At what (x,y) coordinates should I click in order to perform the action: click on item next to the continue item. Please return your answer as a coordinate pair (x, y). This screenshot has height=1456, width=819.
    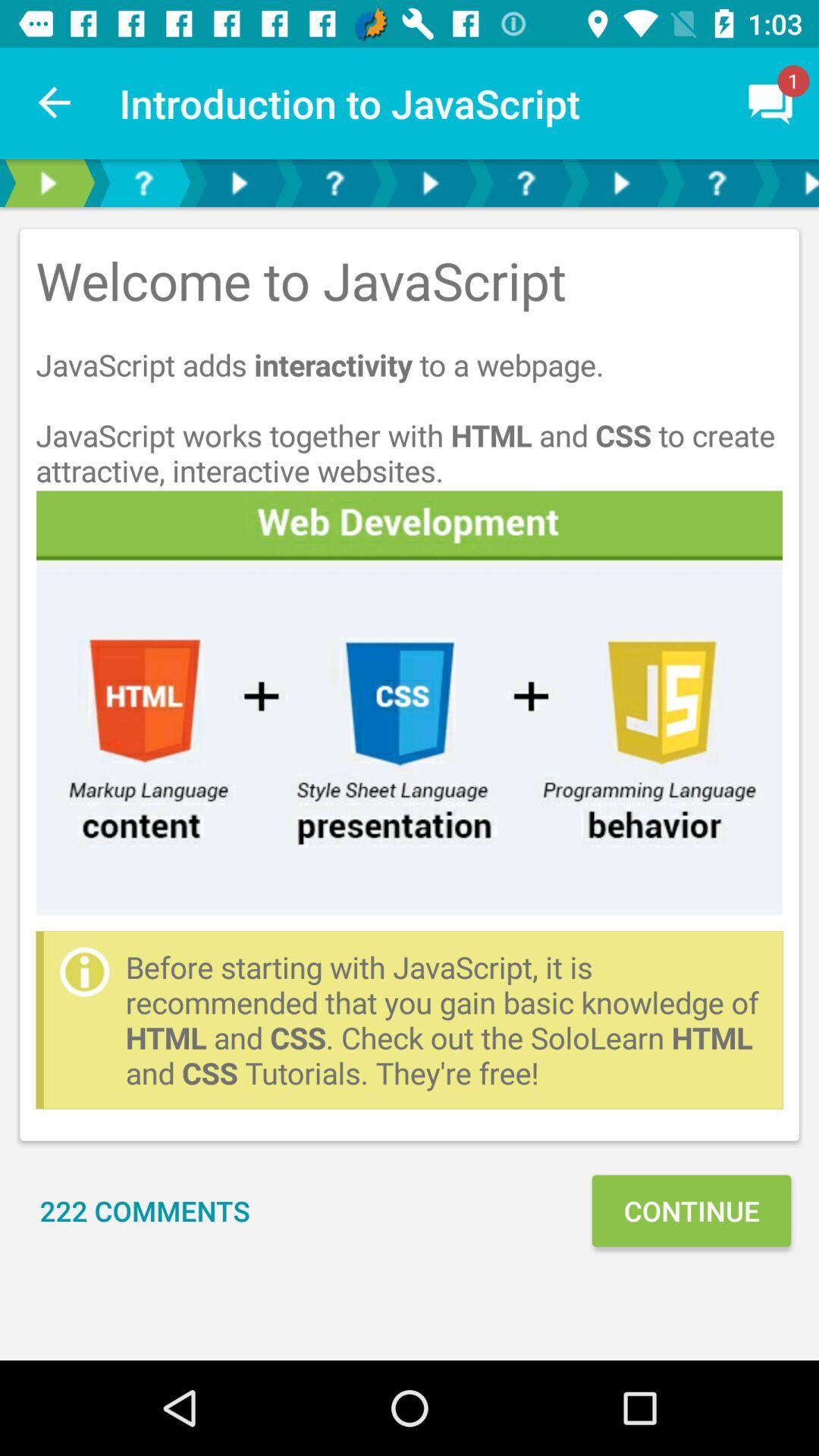
    Looking at the image, I should click on (145, 1210).